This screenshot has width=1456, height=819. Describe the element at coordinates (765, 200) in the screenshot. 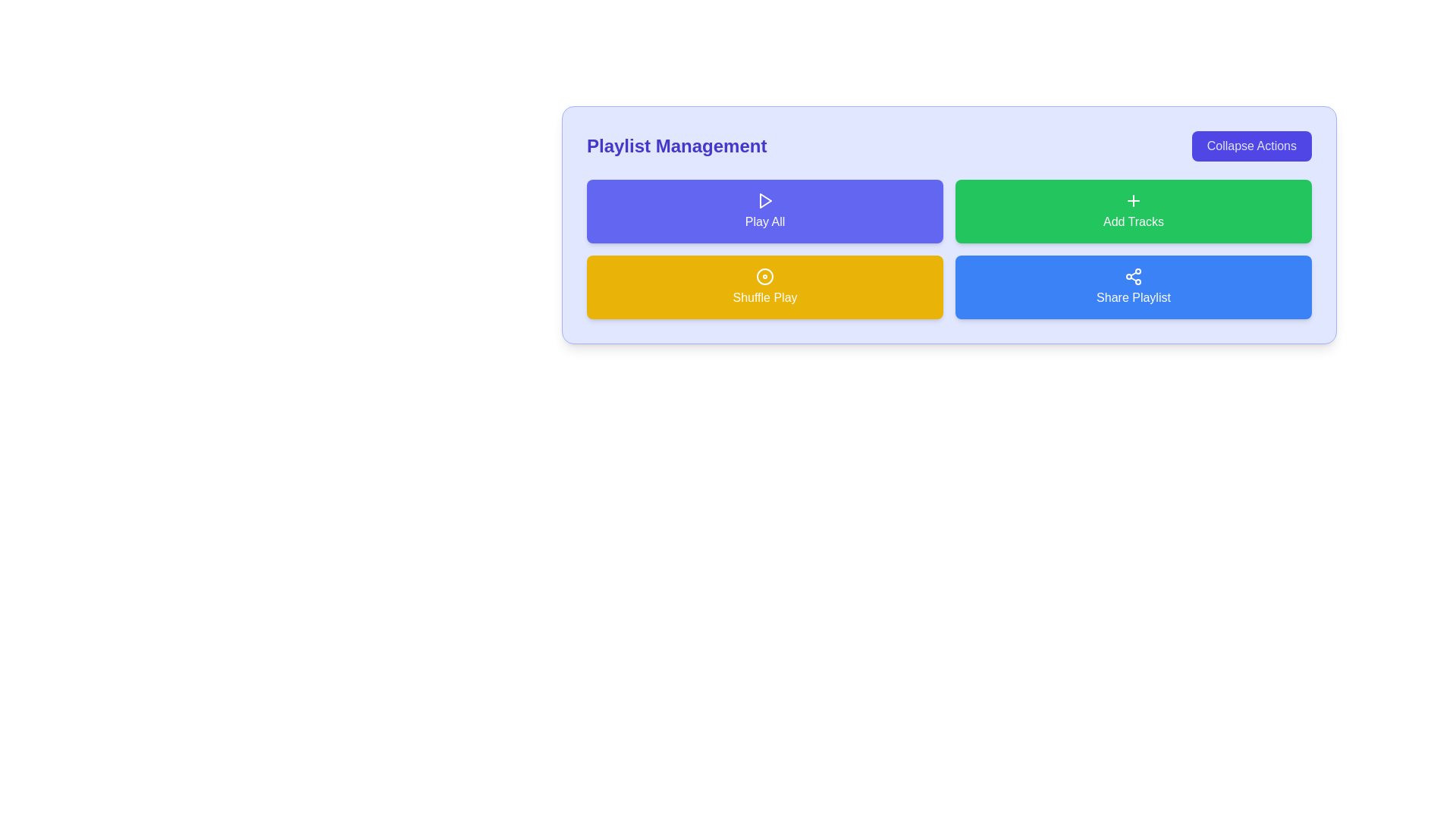

I see `the triangular play icon located within the 'Play All' button in the top-left region of the interface` at that location.